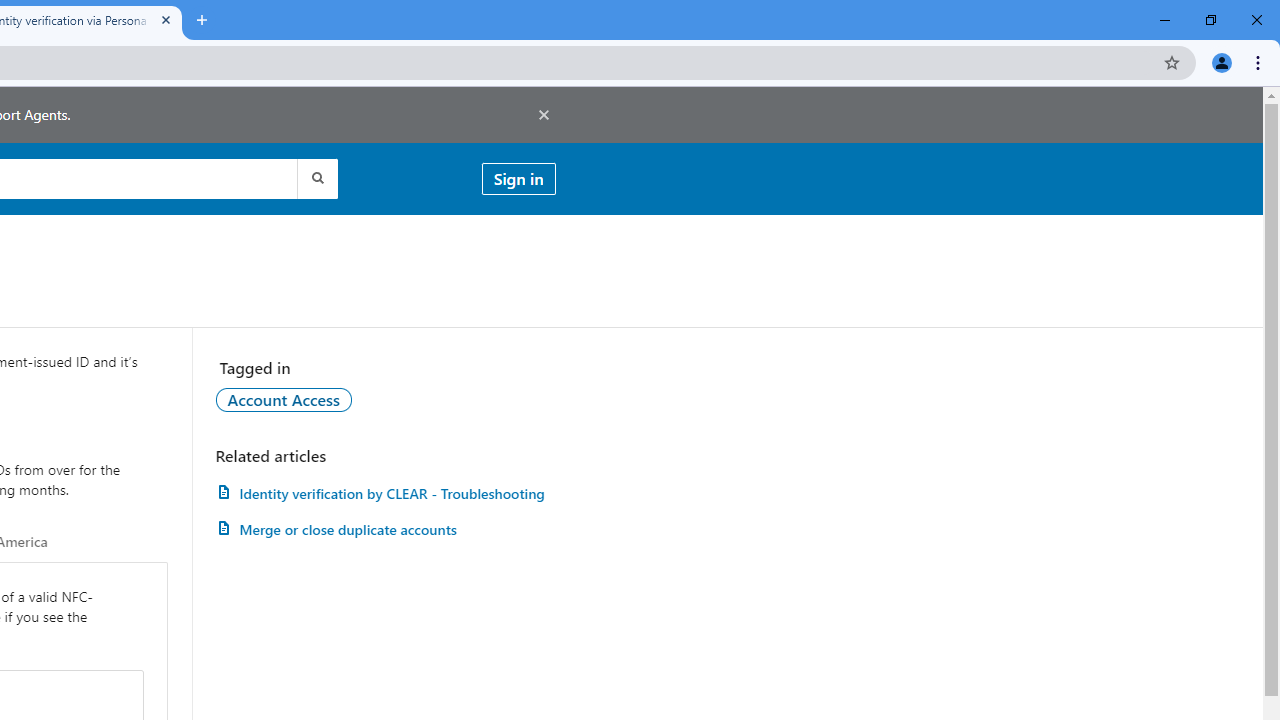 Image resolution: width=1280 pixels, height=720 pixels. What do you see at coordinates (282, 399) in the screenshot?
I see `'AutomationID: topic-link-a151002'` at bounding box center [282, 399].